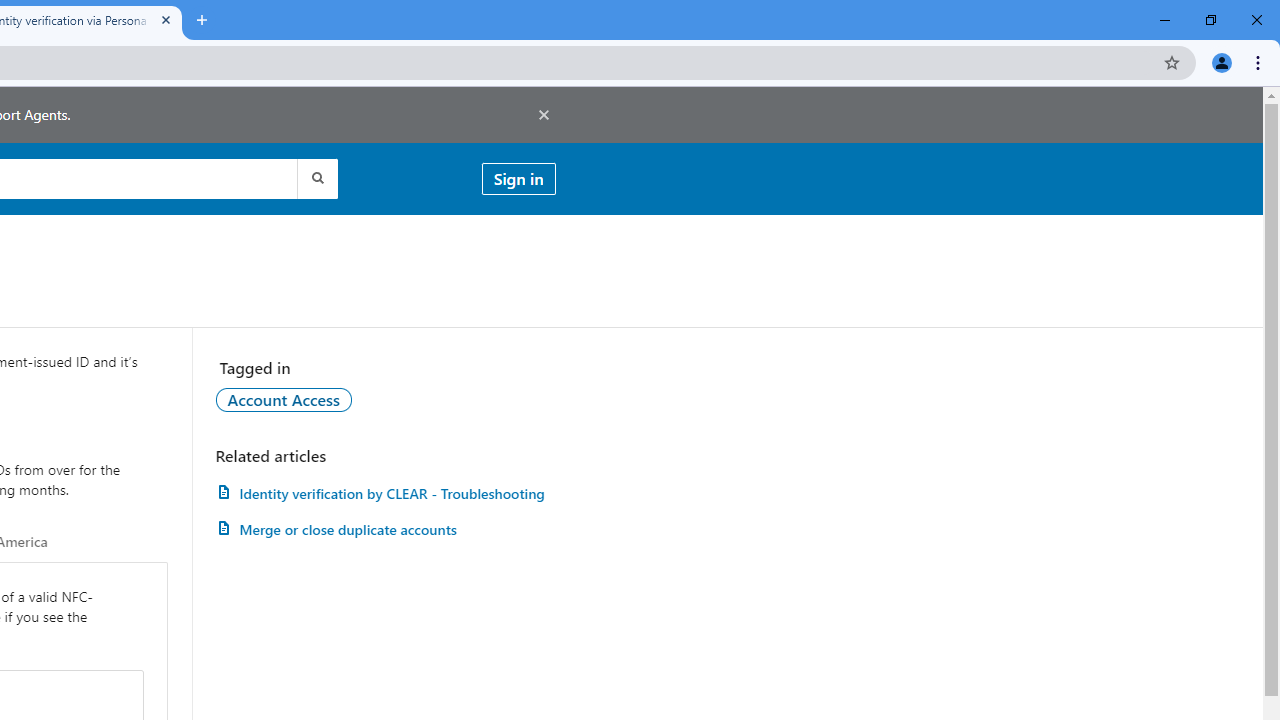 Image resolution: width=1280 pixels, height=720 pixels. What do you see at coordinates (282, 399) in the screenshot?
I see `'AutomationID: topic-link-a151002'` at bounding box center [282, 399].